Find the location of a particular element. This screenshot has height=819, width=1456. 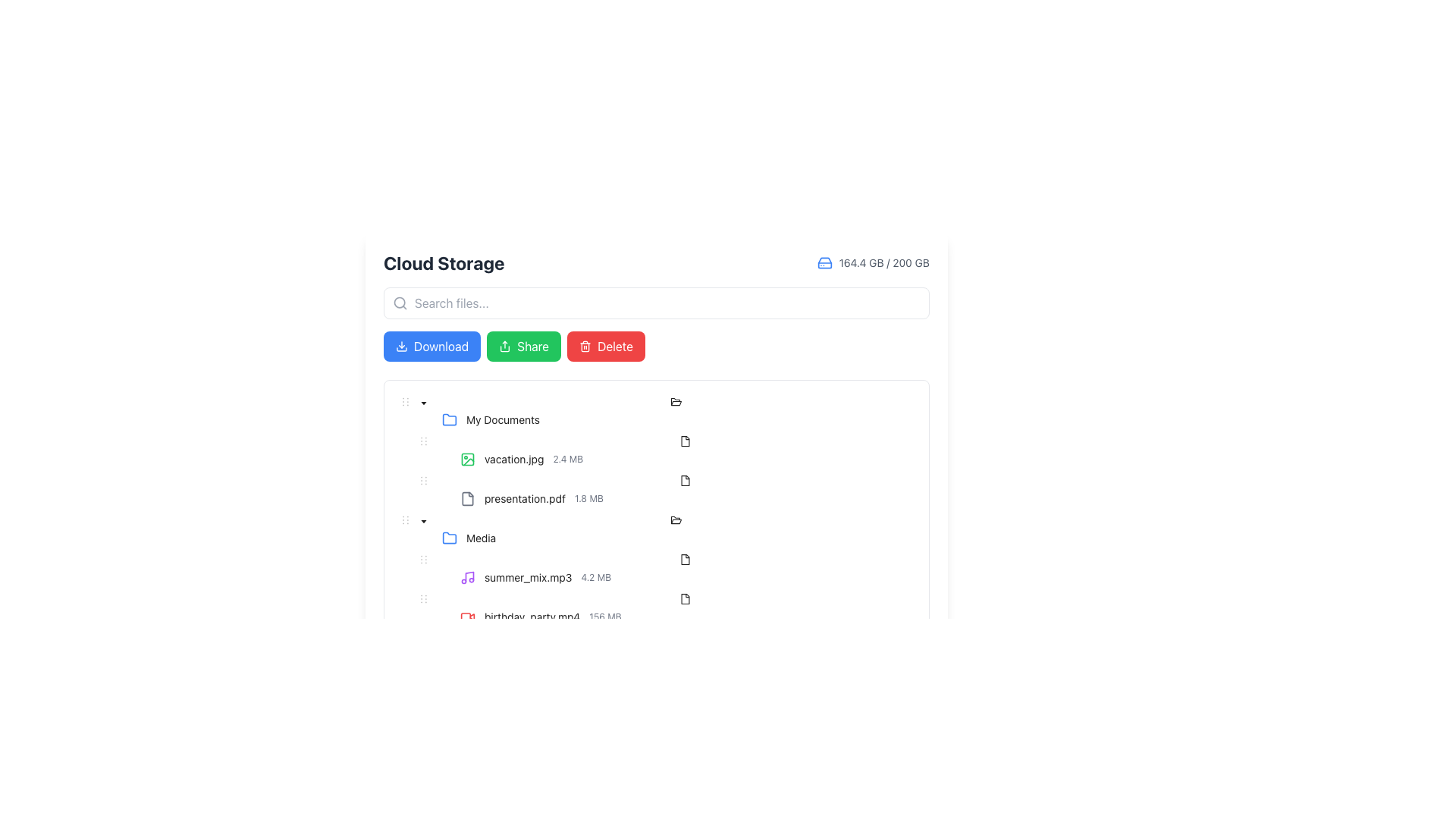

the 'Media' folder icon located in the file list section is located at coordinates (676, 519).